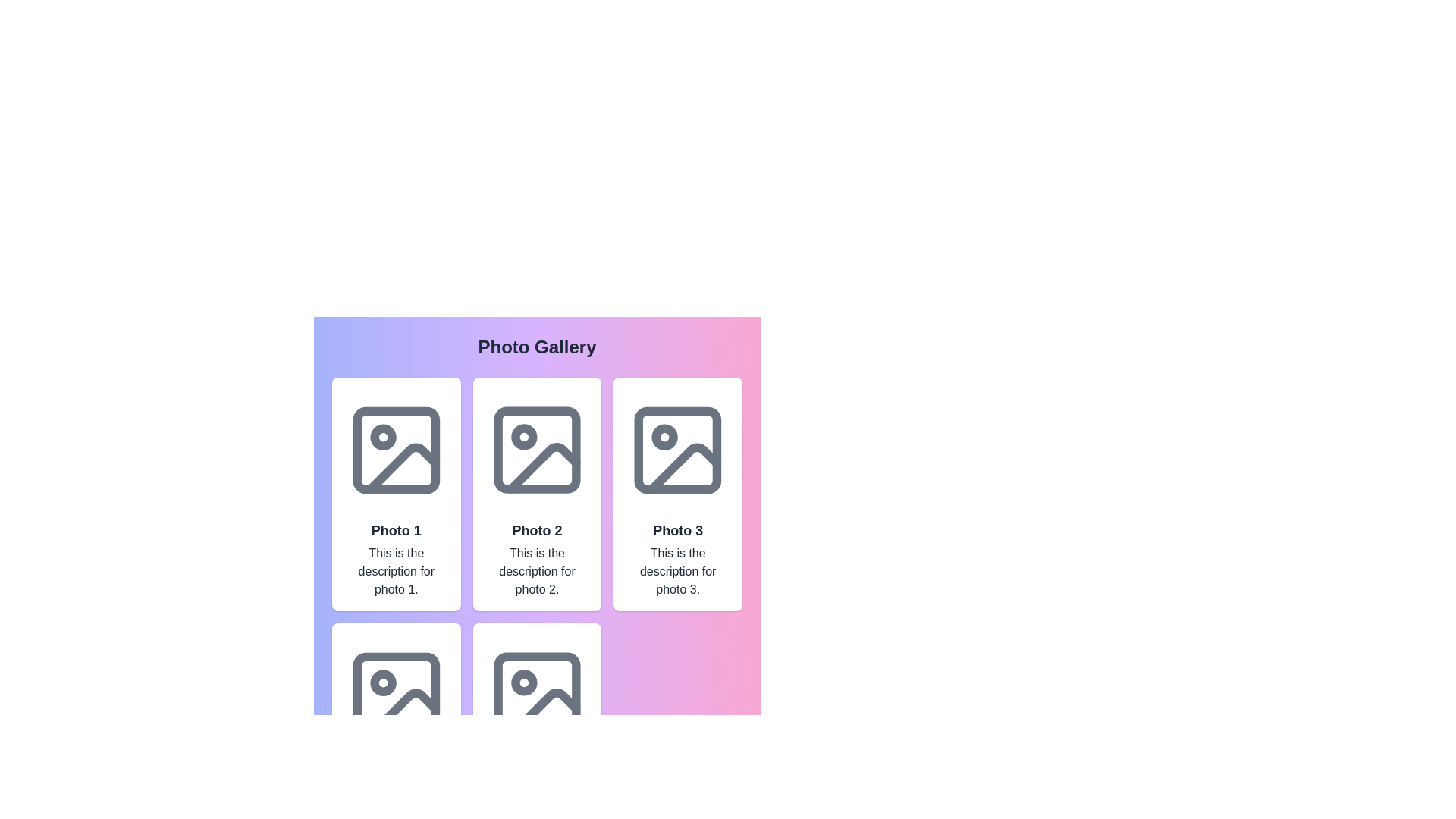 The height and width of the screenshot is (819, 1456). I want to click on the photo graphic containing the small rounded rectangle element located in the top-left corner of the photo grid by clicking on it, so click(396, 450).